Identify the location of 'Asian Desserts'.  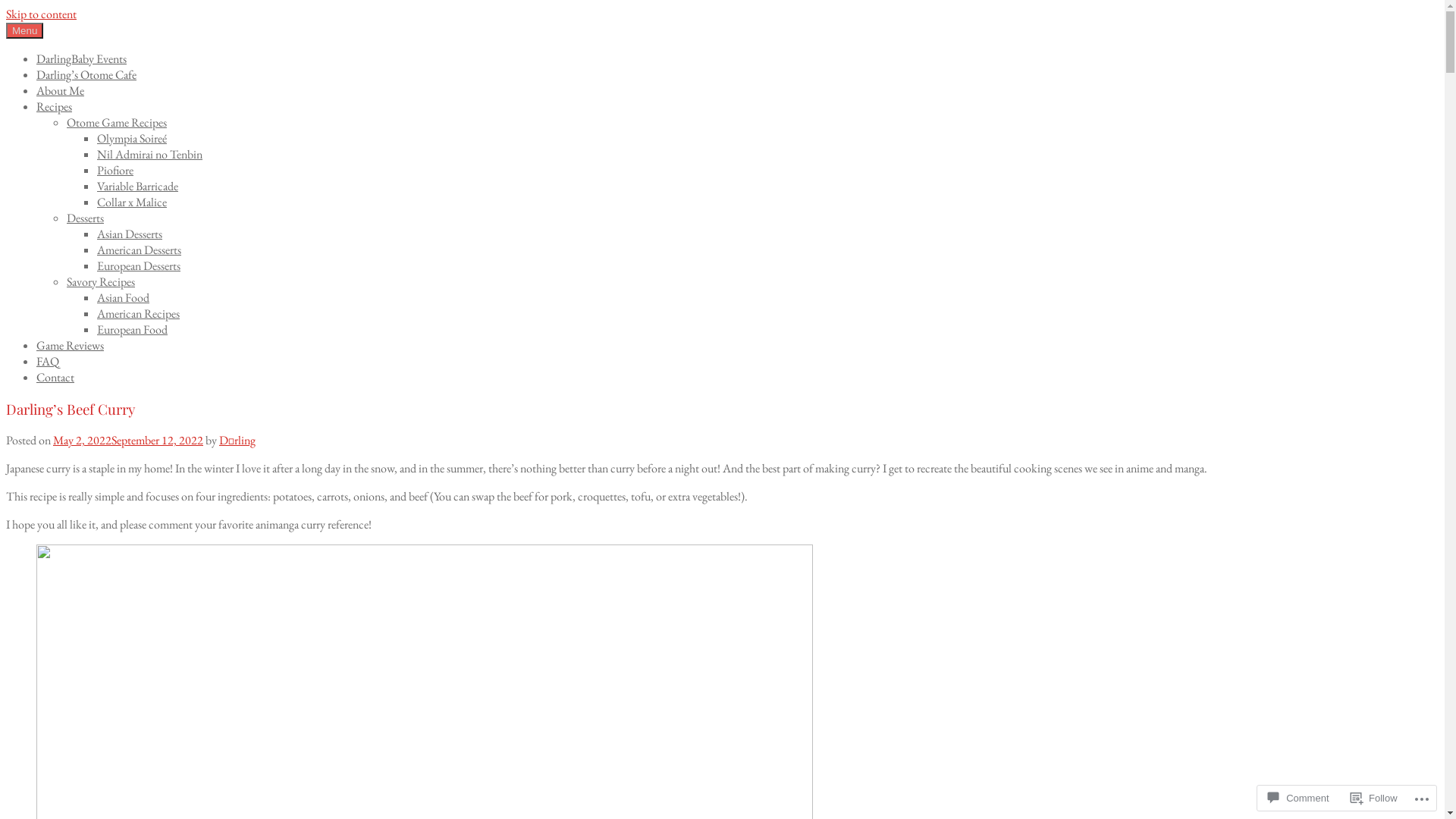
(130, 234).